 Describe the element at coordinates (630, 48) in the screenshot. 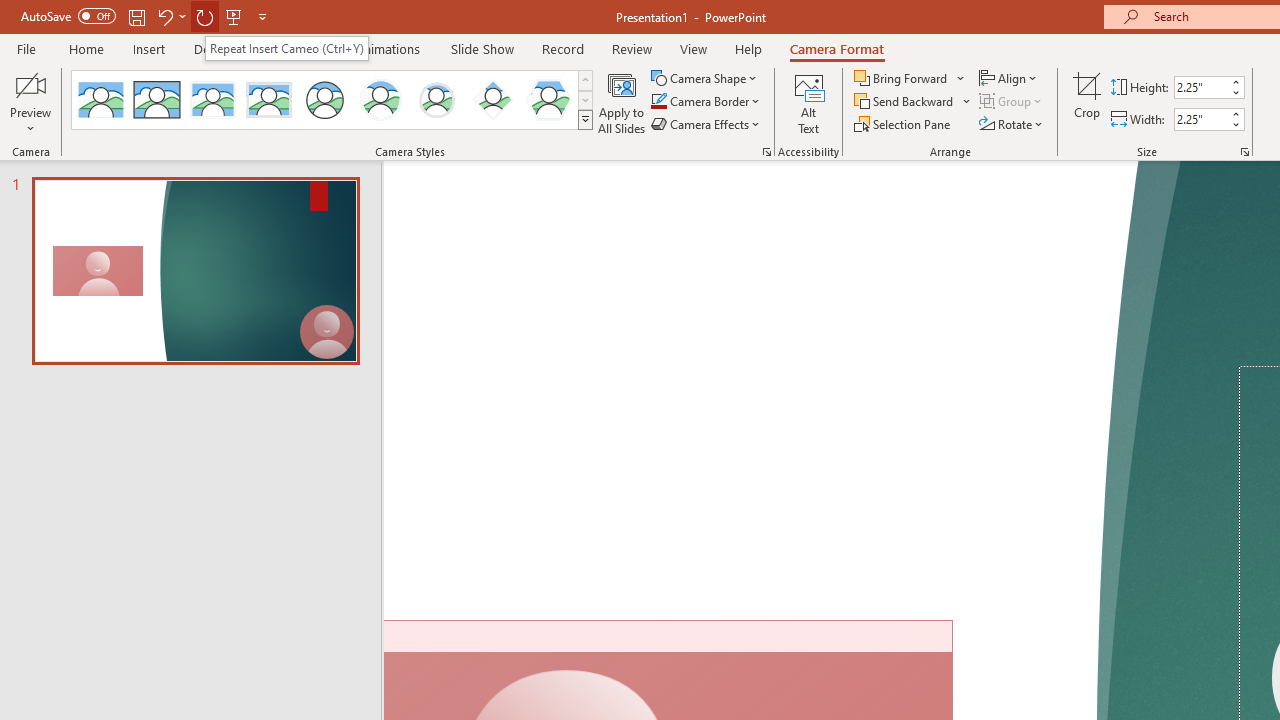

I see `'Review'` at that location.